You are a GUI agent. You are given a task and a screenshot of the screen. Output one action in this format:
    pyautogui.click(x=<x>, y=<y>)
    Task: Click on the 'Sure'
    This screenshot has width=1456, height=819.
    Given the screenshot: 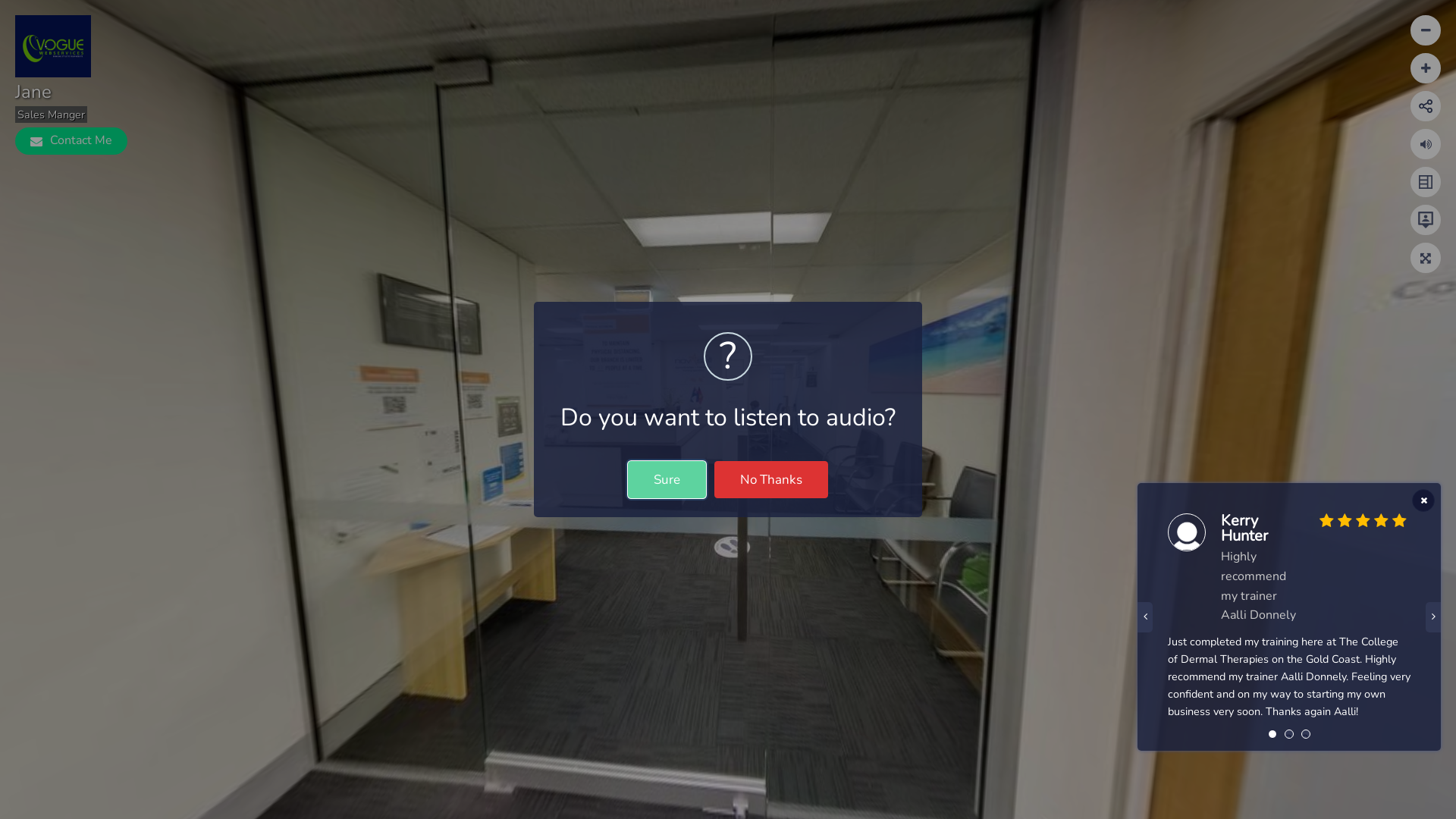 What is the action you would take?
    pyautogui.click(x=667, y=479)
    